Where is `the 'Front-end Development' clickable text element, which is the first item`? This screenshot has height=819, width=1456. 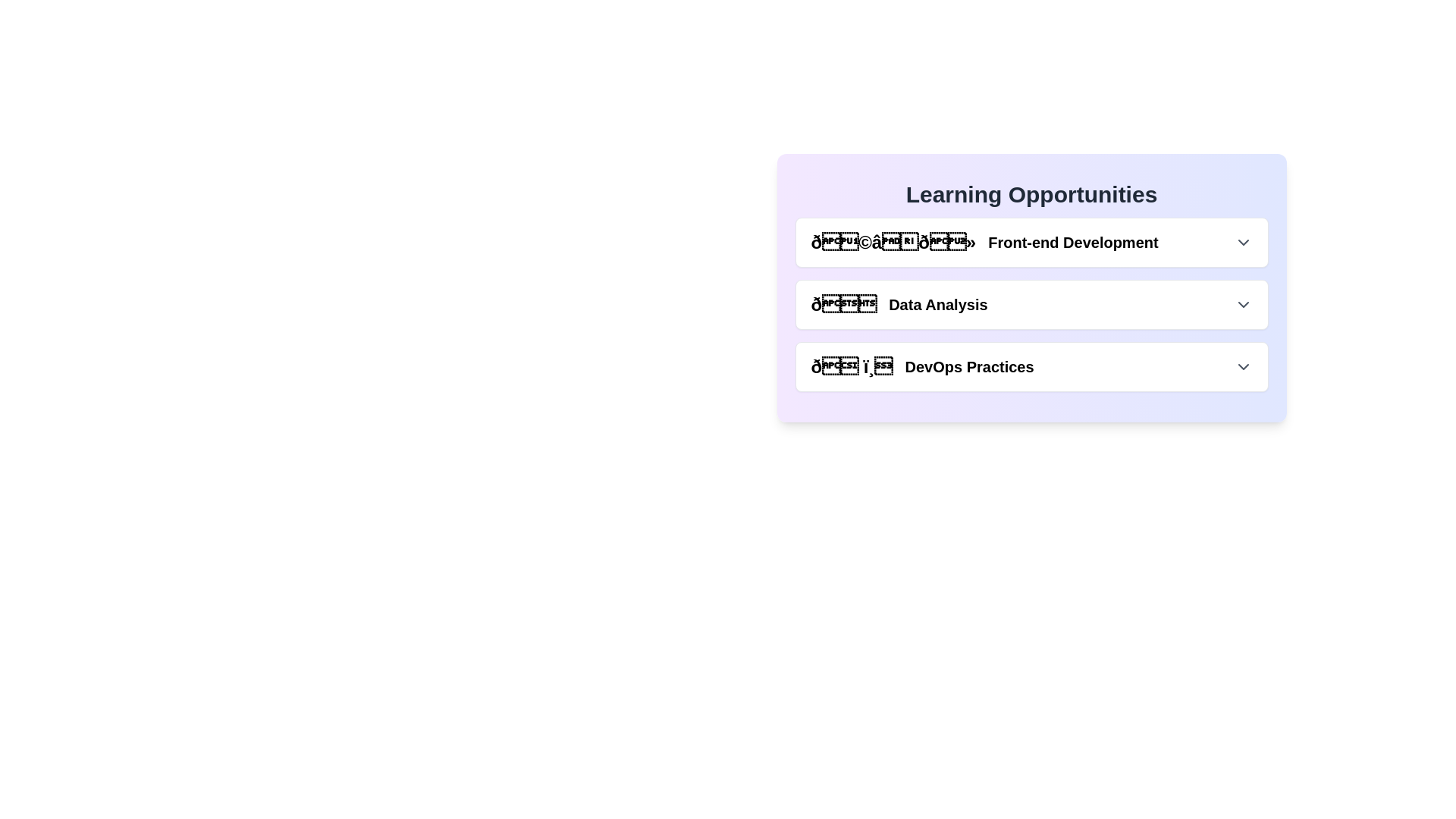
the 'Front-end Development' clickable text element, which is the first item is located at coordinates (1072, 242).